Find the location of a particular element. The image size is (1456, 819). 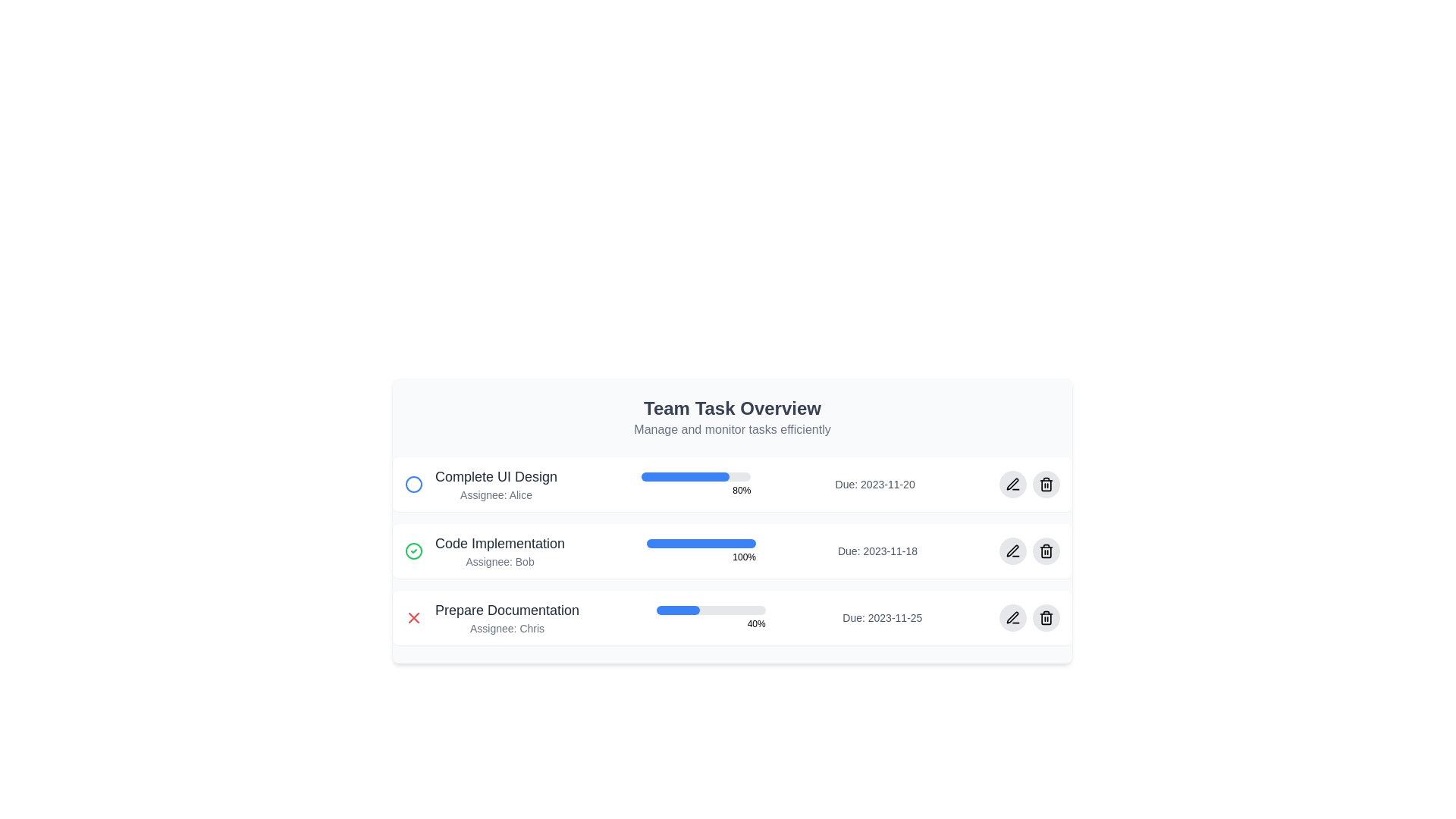

the circular button with a gray background and pen icon, located to the right of the delete button is located at coordinates (1012, 551).